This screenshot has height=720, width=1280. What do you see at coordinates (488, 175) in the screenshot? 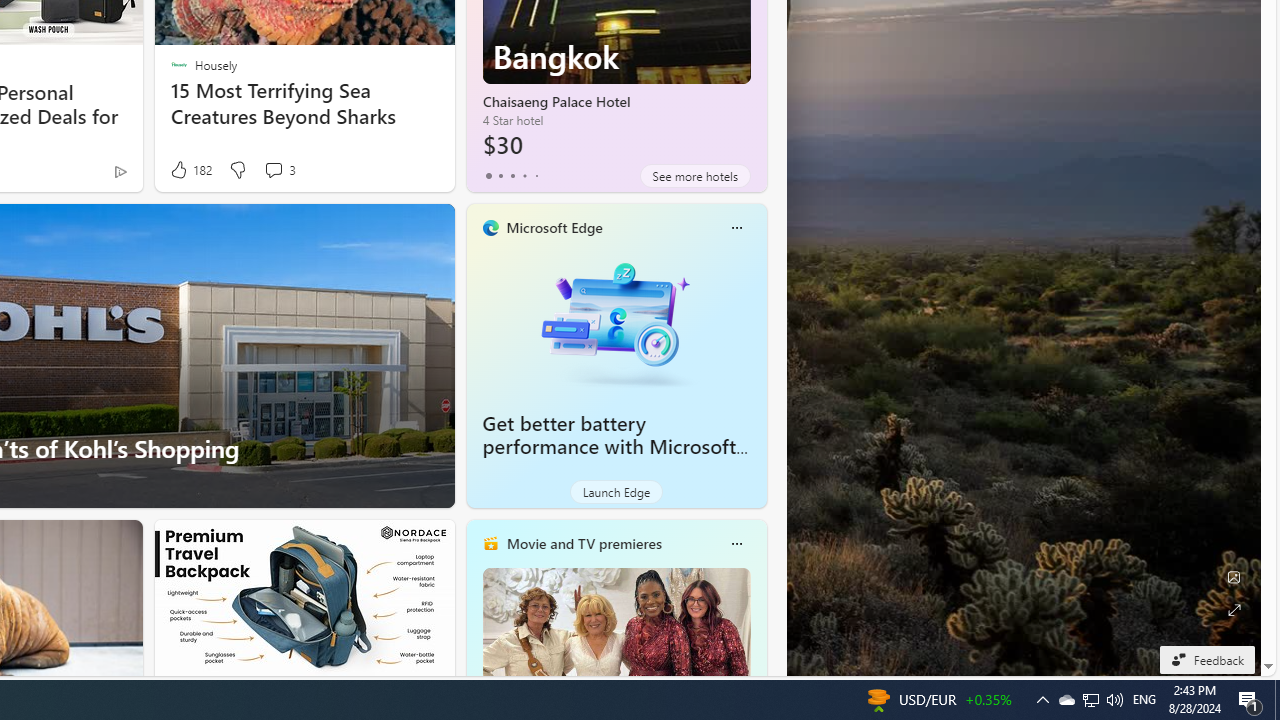
I see `'tab-0'` at bounding box center [488, 175].